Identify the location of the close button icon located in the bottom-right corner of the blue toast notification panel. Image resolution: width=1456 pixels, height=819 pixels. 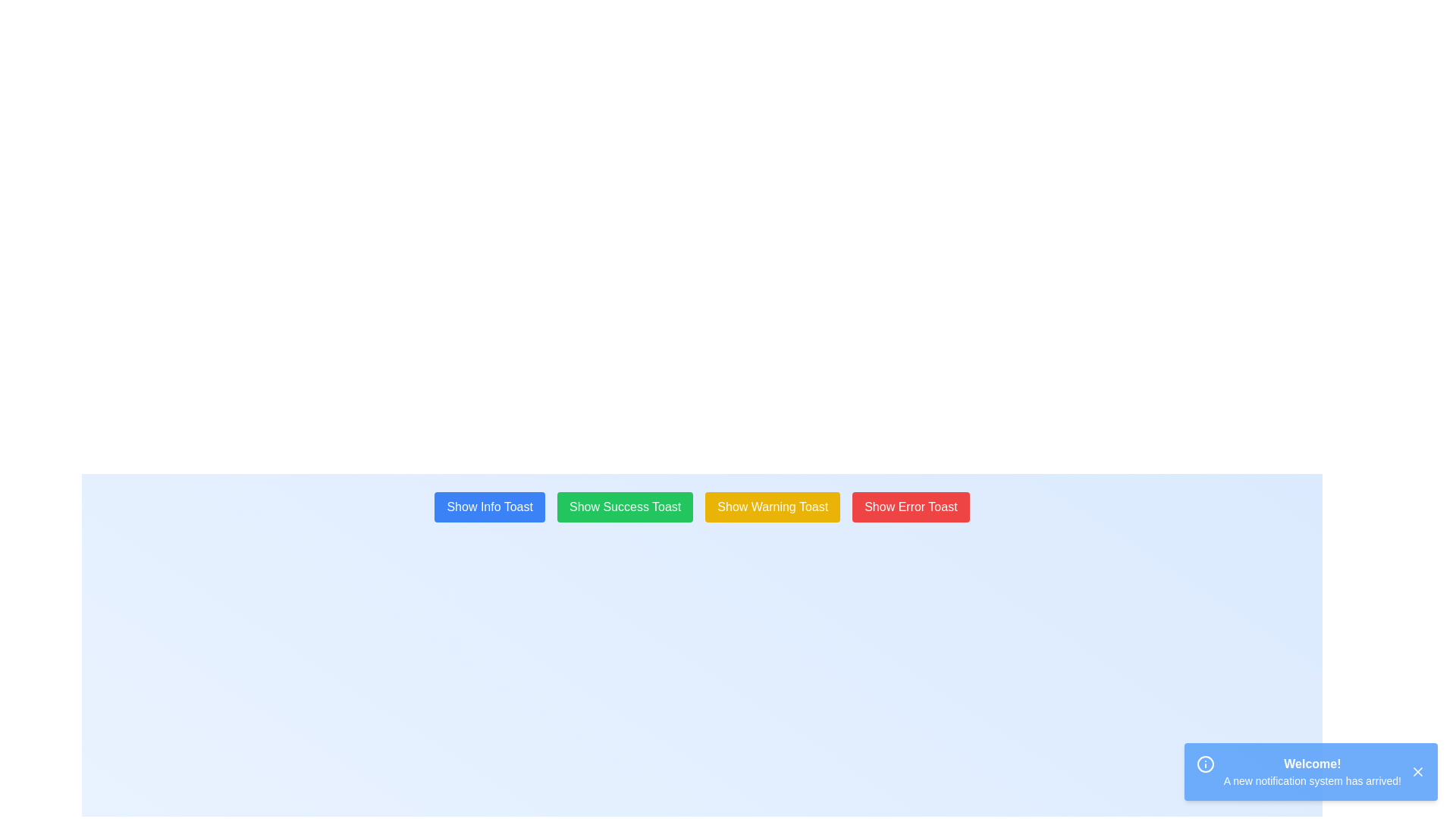
(1417, 772).